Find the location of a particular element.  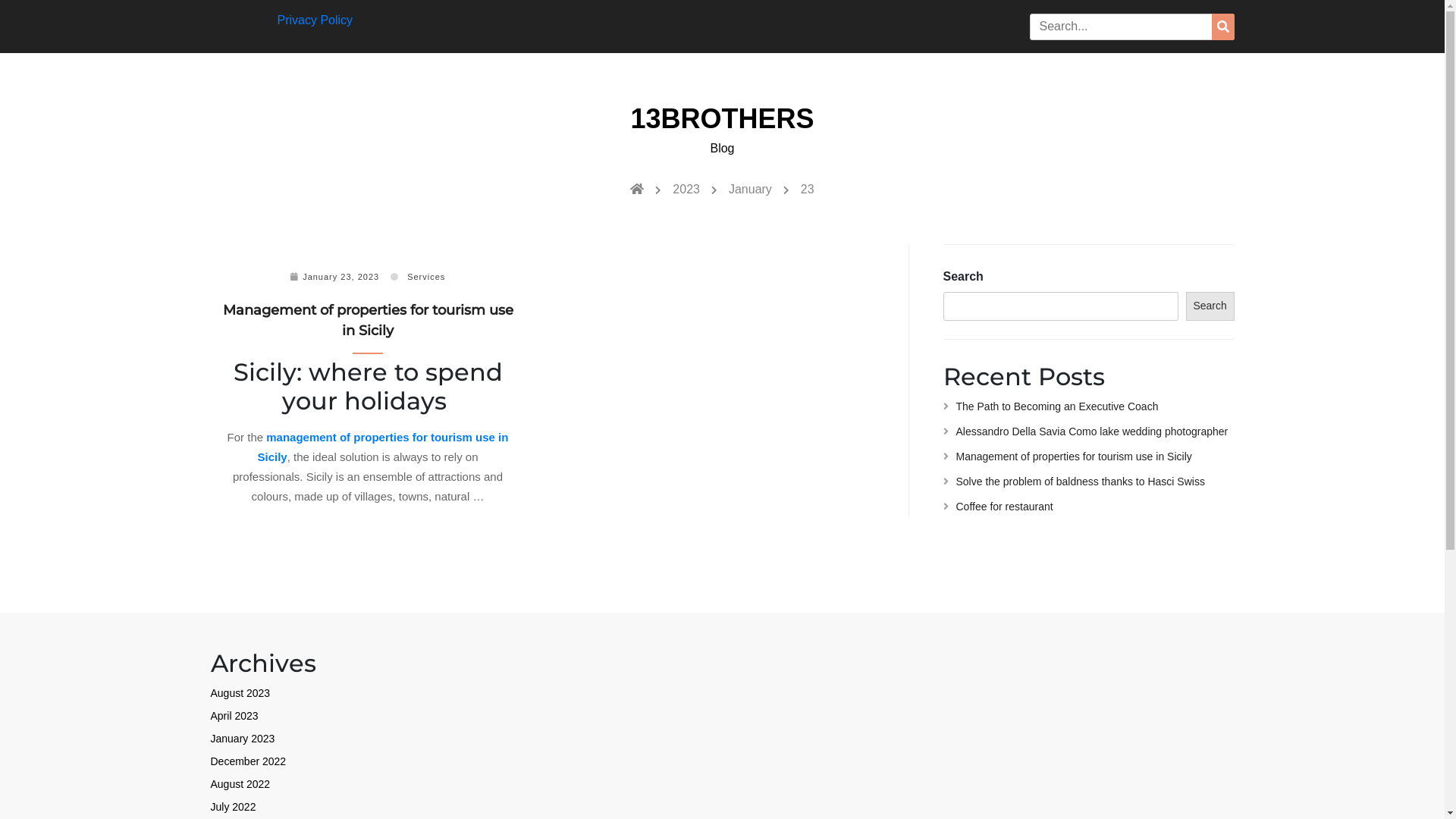

'January' is located at coordinates (750, 188).